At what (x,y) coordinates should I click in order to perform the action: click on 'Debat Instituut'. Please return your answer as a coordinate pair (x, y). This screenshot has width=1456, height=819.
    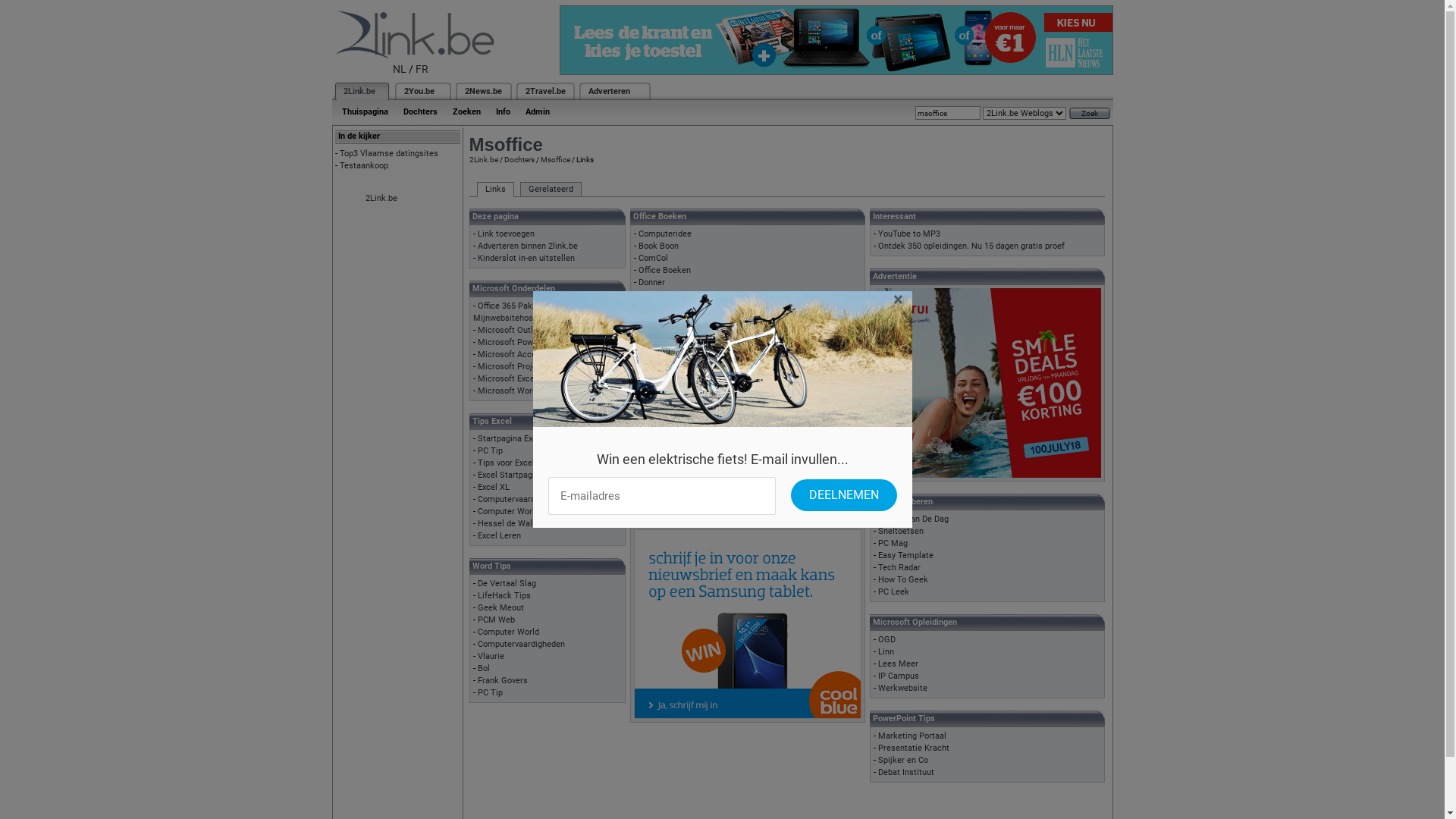
    Looking at the image, I should click on (906, 772).